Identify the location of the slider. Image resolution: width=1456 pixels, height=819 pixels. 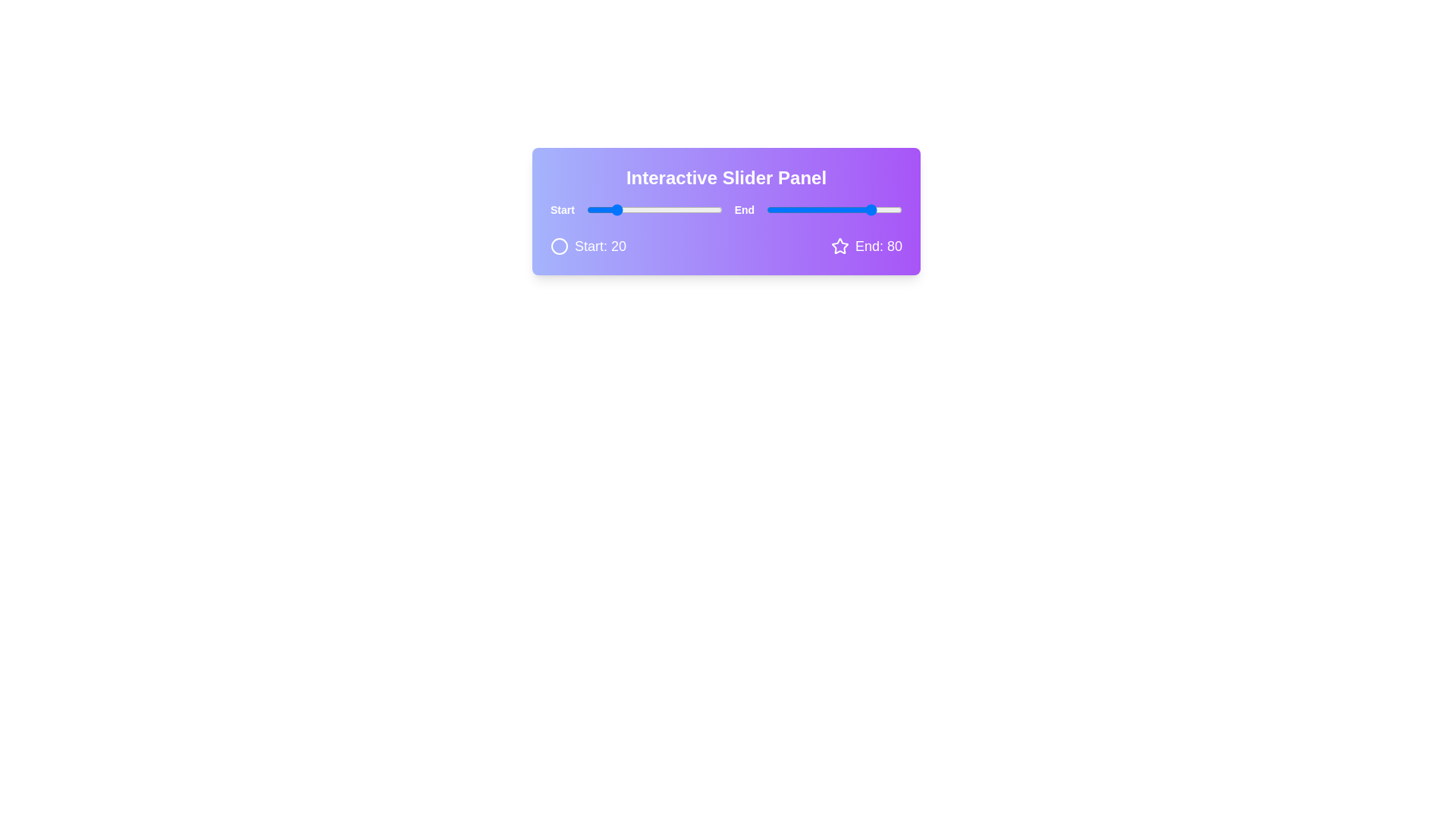
(874, 210).